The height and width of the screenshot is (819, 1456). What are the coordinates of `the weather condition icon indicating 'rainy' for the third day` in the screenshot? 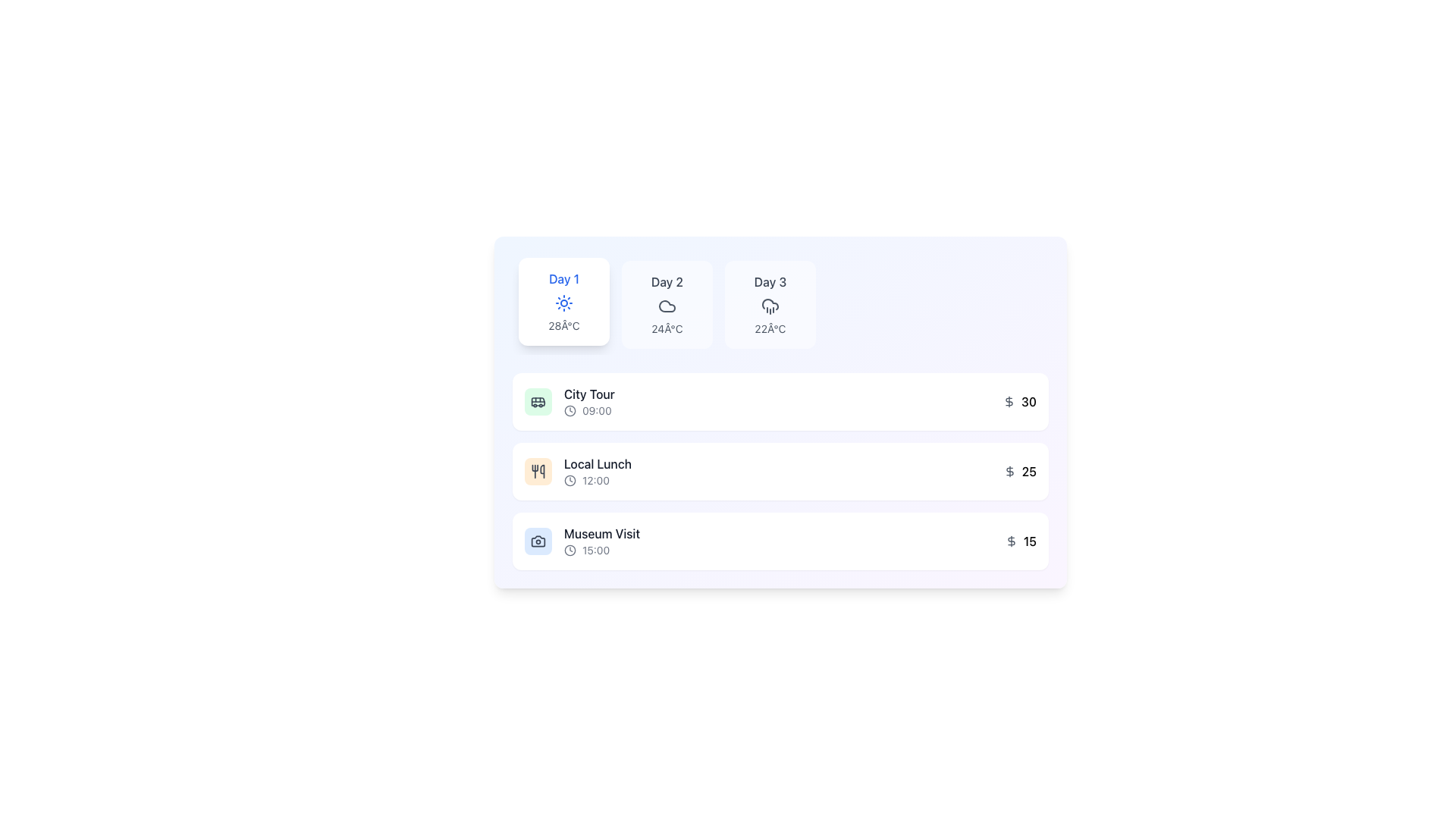 It's located at (770, 306).